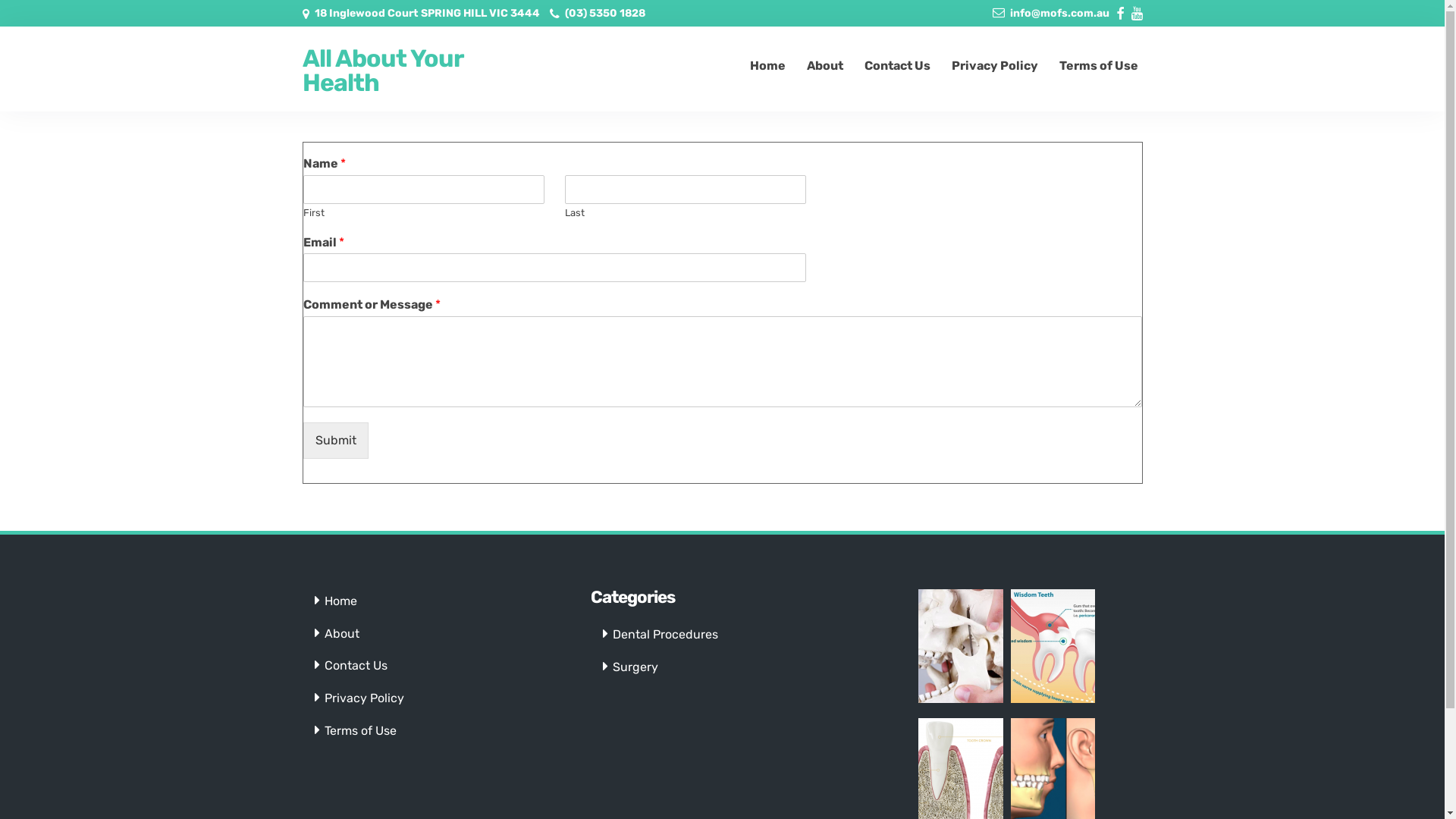 This screenshot has width=1456, height=819. I want to click on 'info@mofs.com.au', so click(1059, 13).